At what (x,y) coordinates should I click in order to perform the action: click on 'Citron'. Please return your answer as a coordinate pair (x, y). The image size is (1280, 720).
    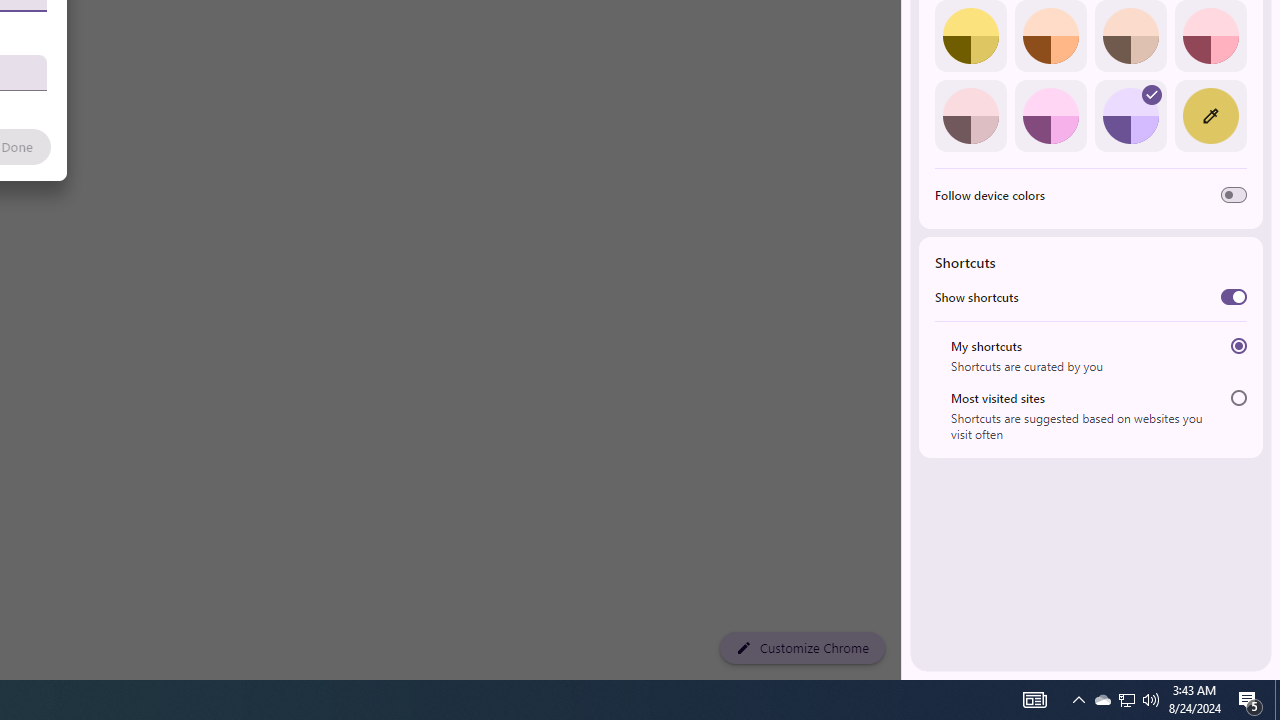
    Looking at the image, I should click on (970, 36).